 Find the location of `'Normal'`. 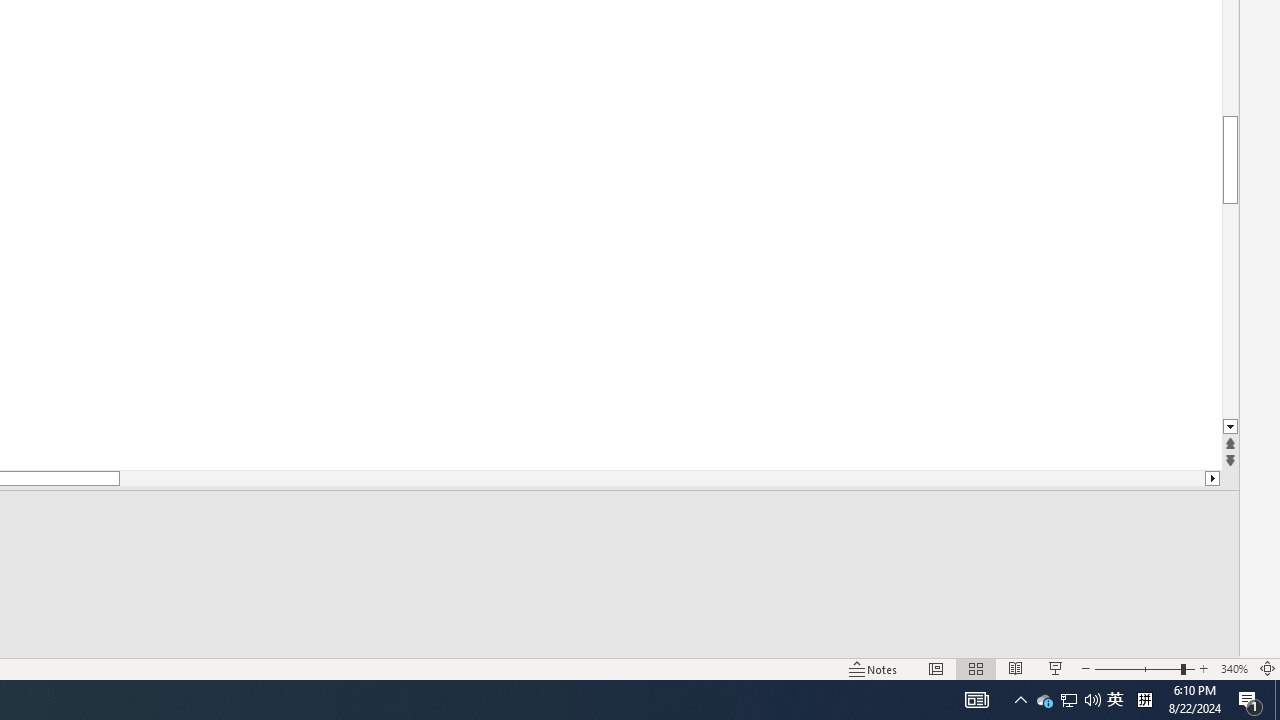

'Normal' is located at coordinates (935, 669).